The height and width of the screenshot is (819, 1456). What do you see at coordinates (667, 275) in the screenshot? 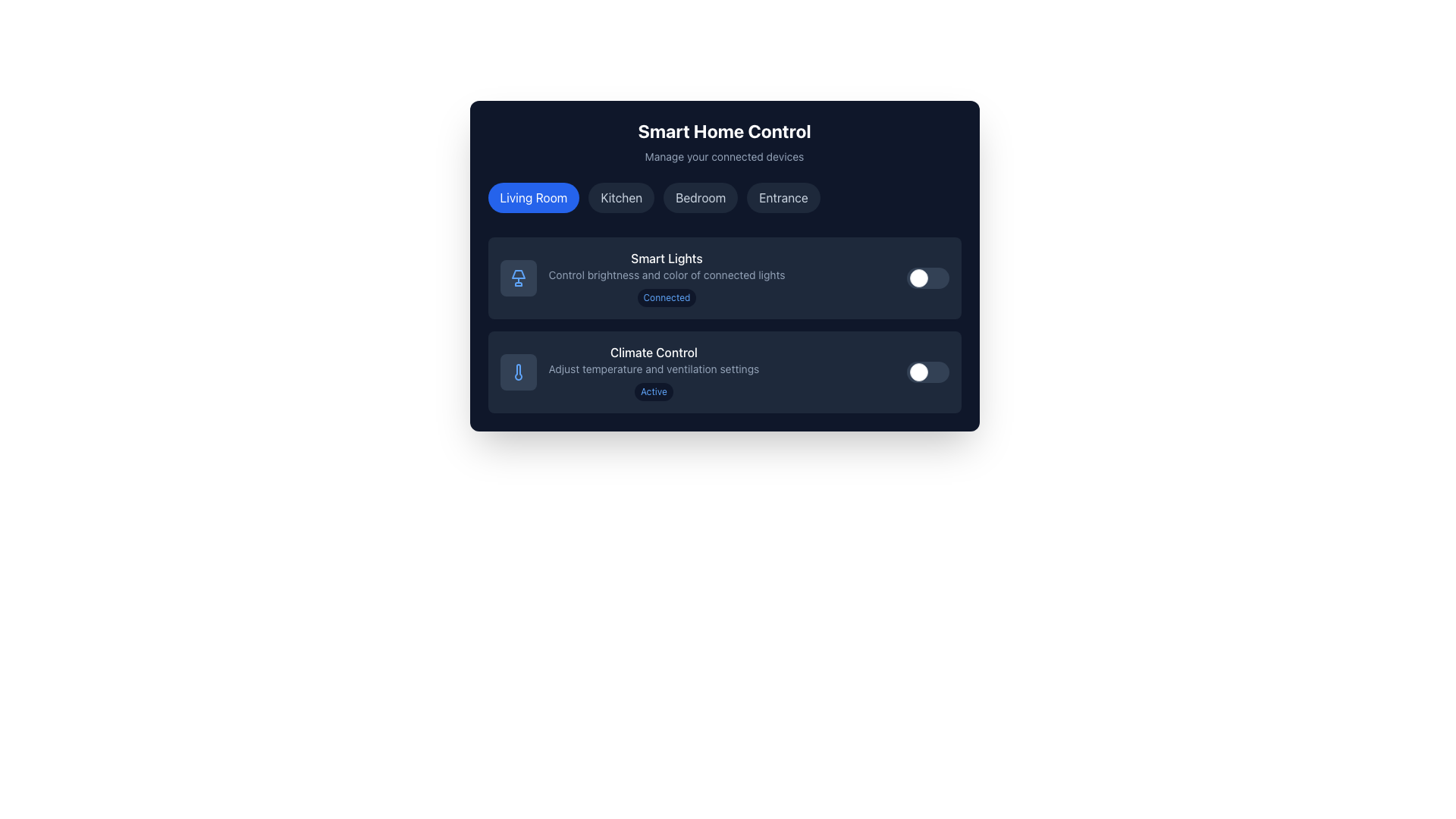
I see `the text label that reads 'Control brightness and color of connected lights.' styled in a muted slate-gray font, positioned under the title 'Smart Lights' in the smart home control interface` at bounding box center [667, 275].